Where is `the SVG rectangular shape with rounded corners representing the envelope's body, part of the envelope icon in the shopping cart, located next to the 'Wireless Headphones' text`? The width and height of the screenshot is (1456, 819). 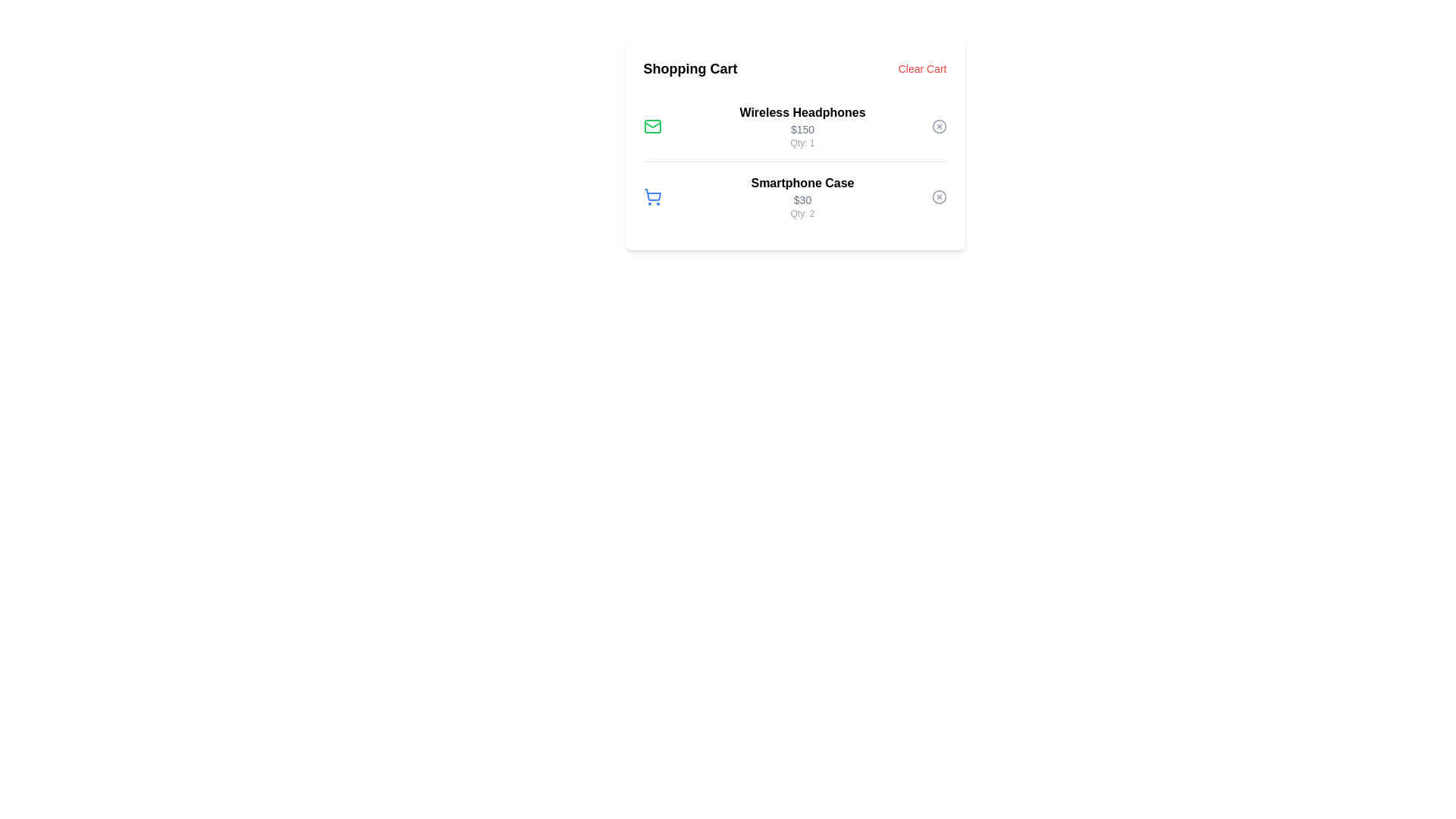 the SVG rectangular shape with rounded corners representing the envelope's body, part of the envelope icon in the shopping cart, located next to the 'Wireless Headphones' text is located at coordinates (652, 125).